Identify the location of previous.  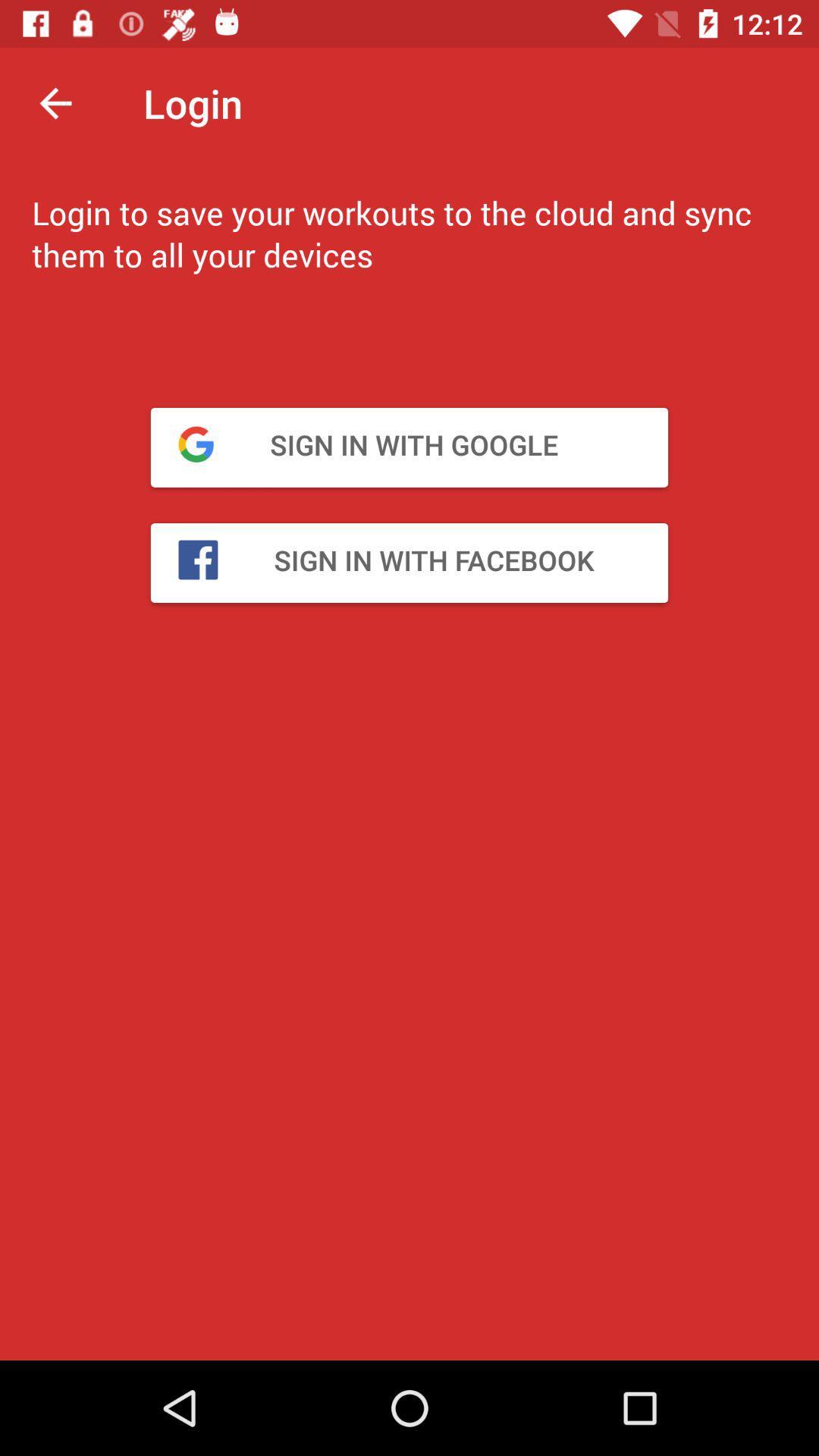
(55, 102).